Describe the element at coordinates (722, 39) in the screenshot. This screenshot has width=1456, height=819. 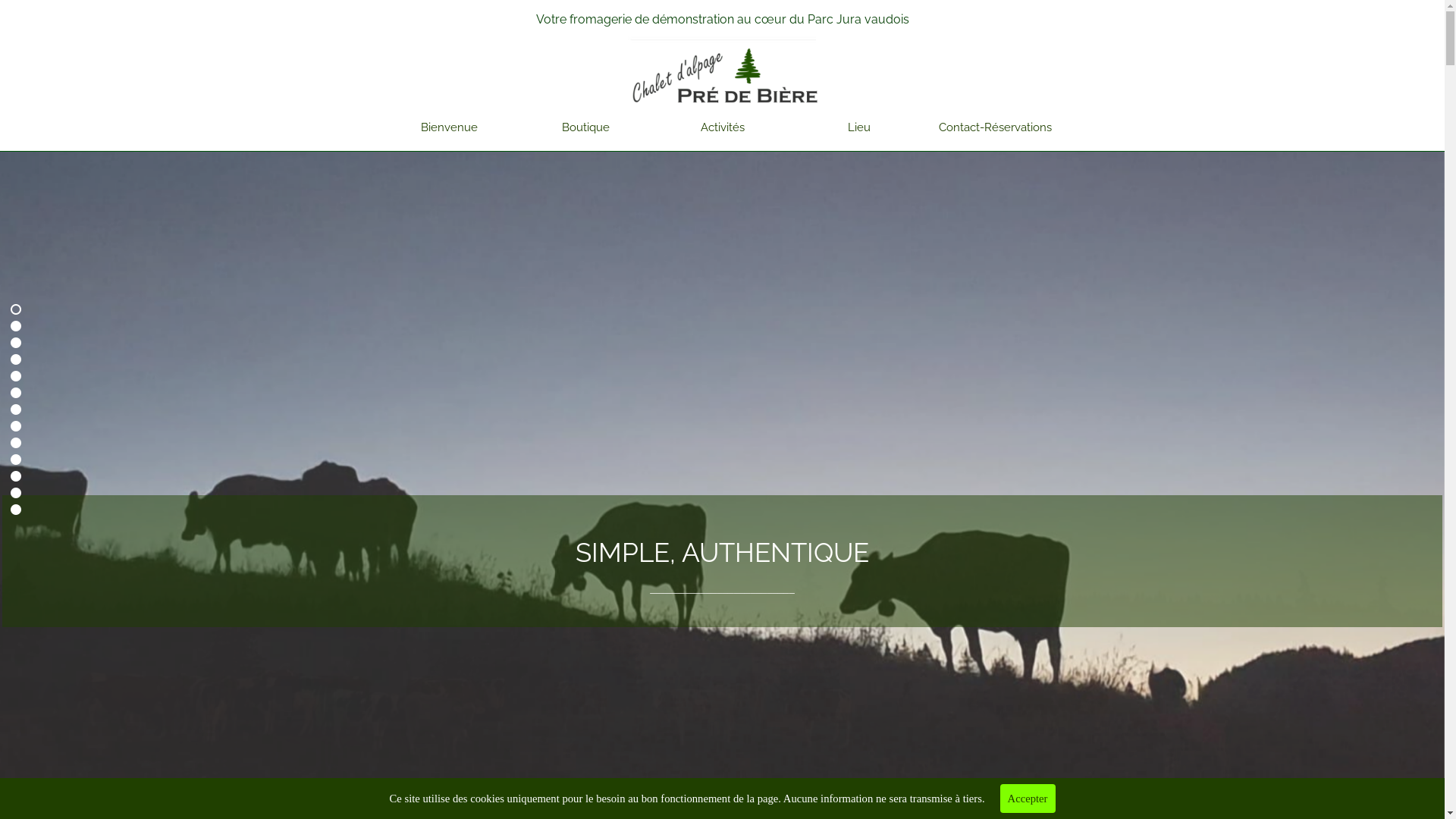
I see `'underline pdb'` at that location.